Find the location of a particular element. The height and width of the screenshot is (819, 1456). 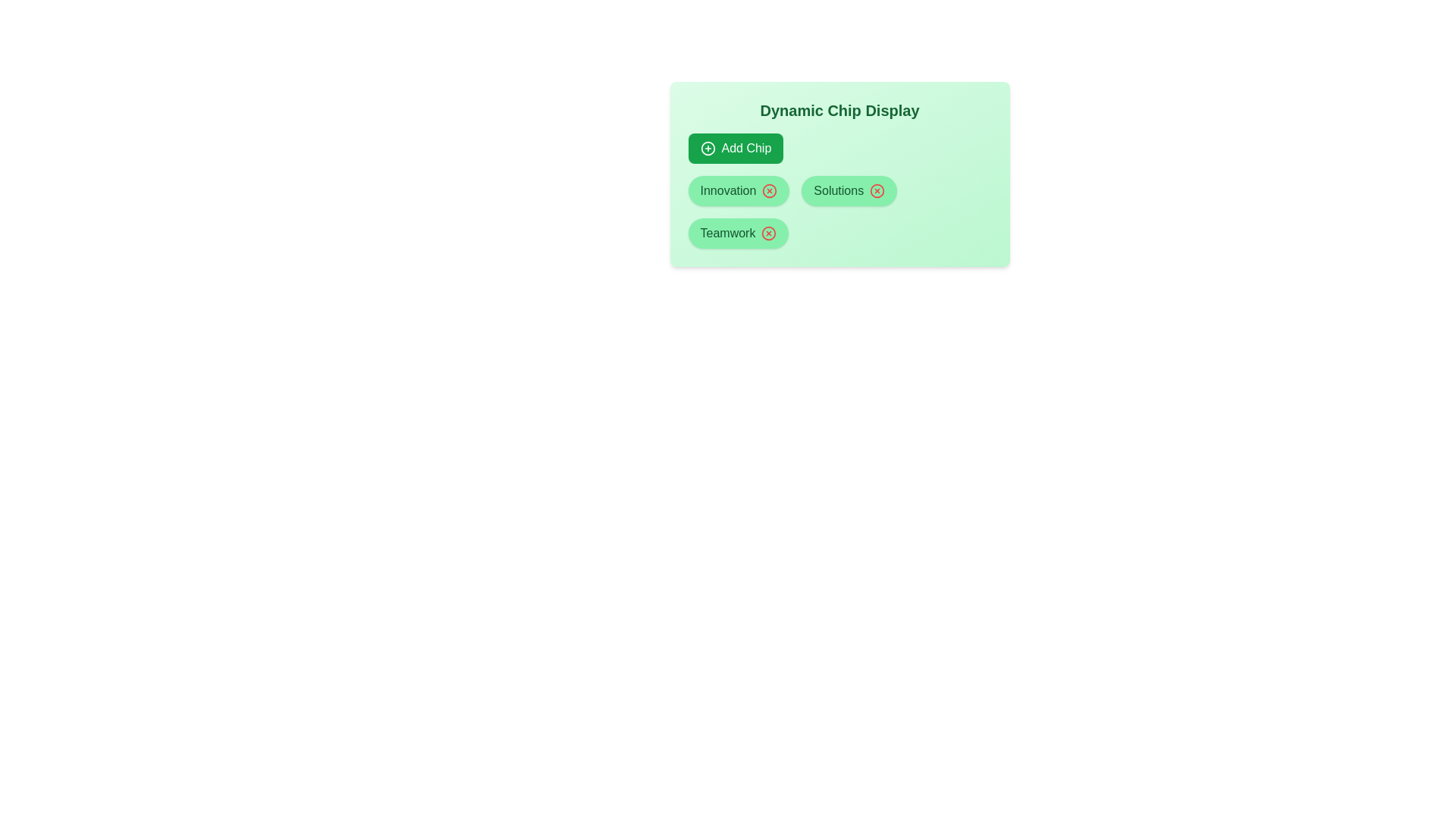

'Add Chip' button to add a new chip to the display is located at coordinates (735, 149).